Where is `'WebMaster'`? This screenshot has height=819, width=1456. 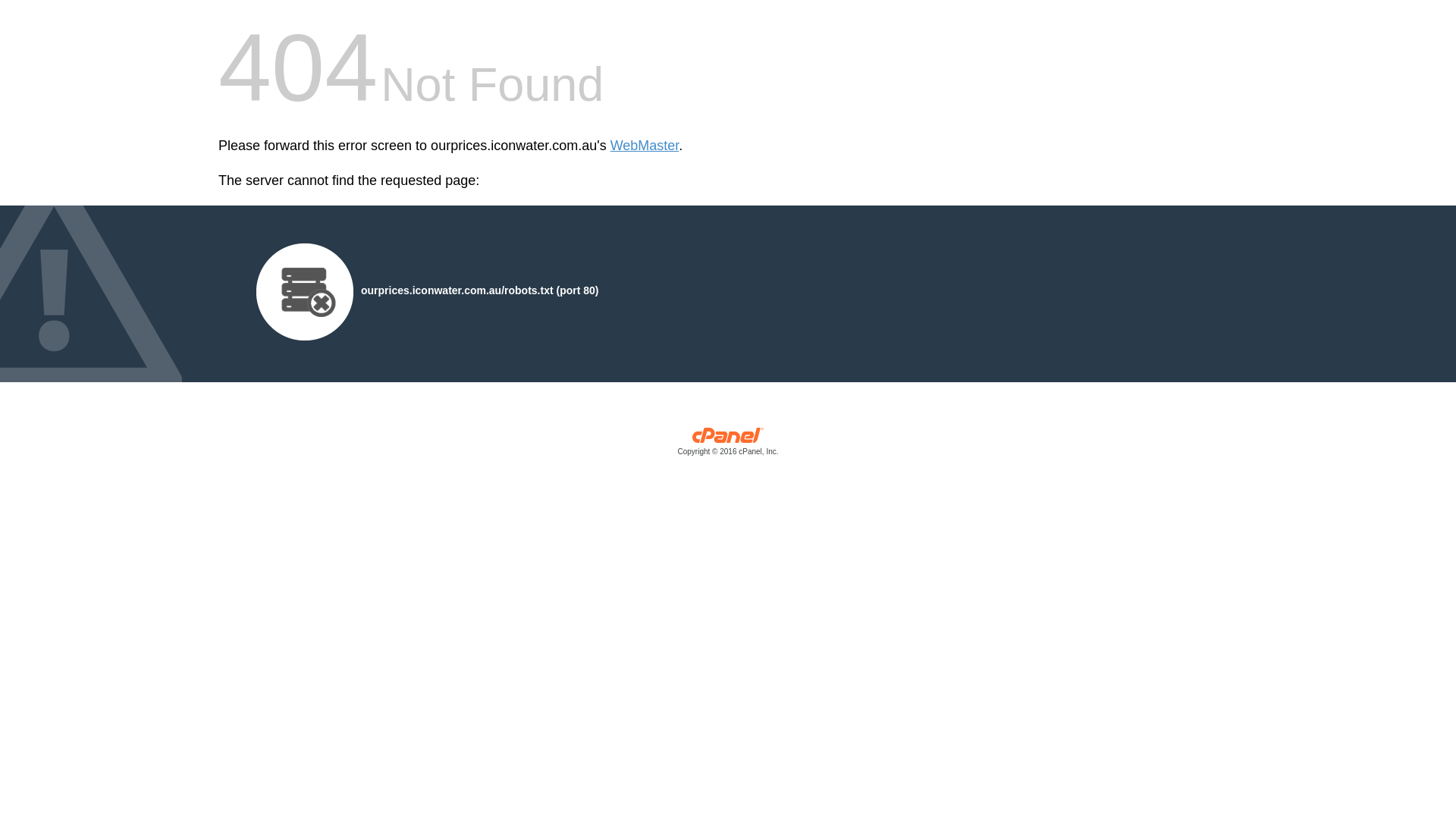
'WebMaster' is located at coordinates (645, 146).